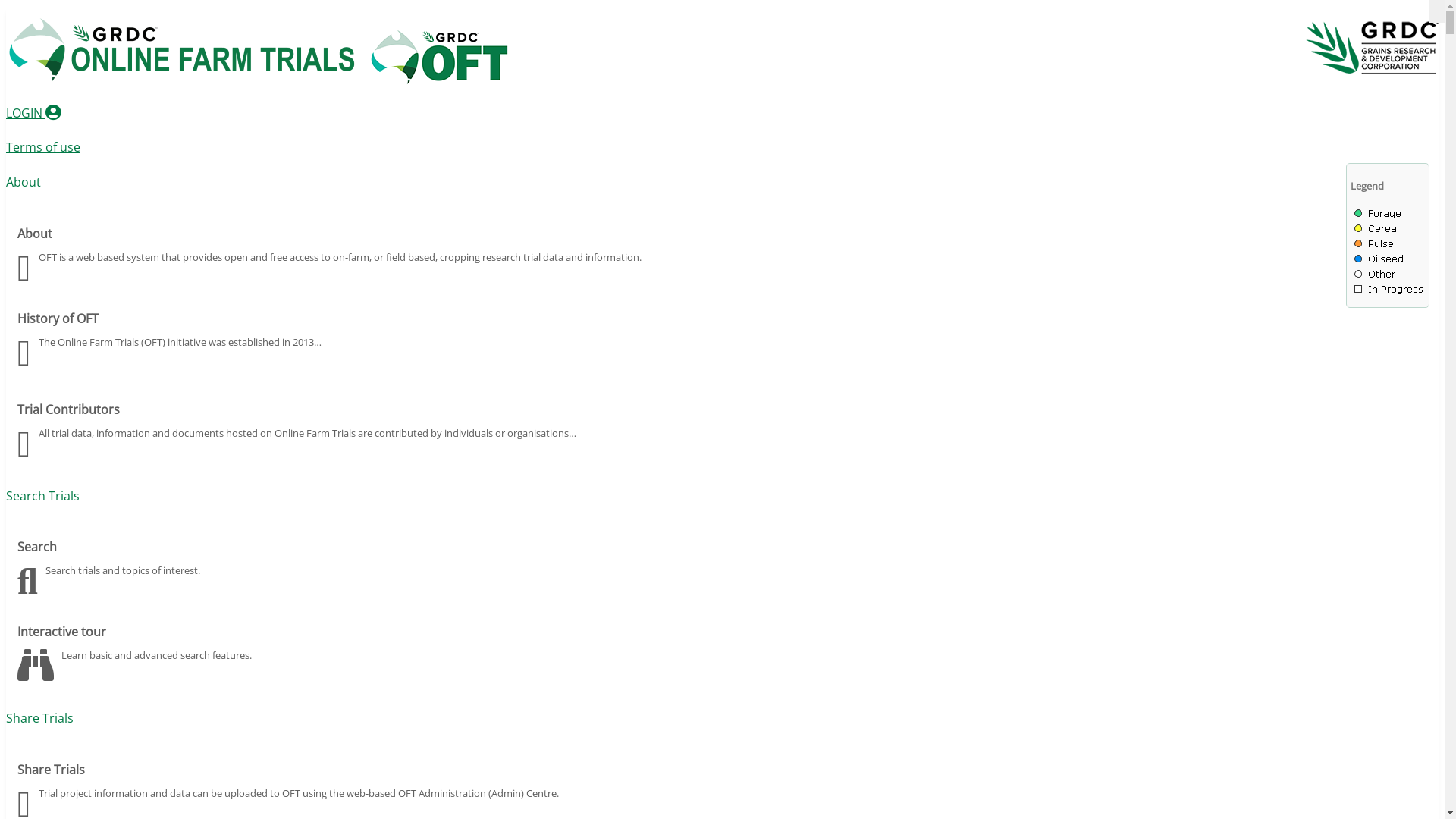 This screenshot has height=819, width=1456. I want to click on 'About', so click(23, 180).